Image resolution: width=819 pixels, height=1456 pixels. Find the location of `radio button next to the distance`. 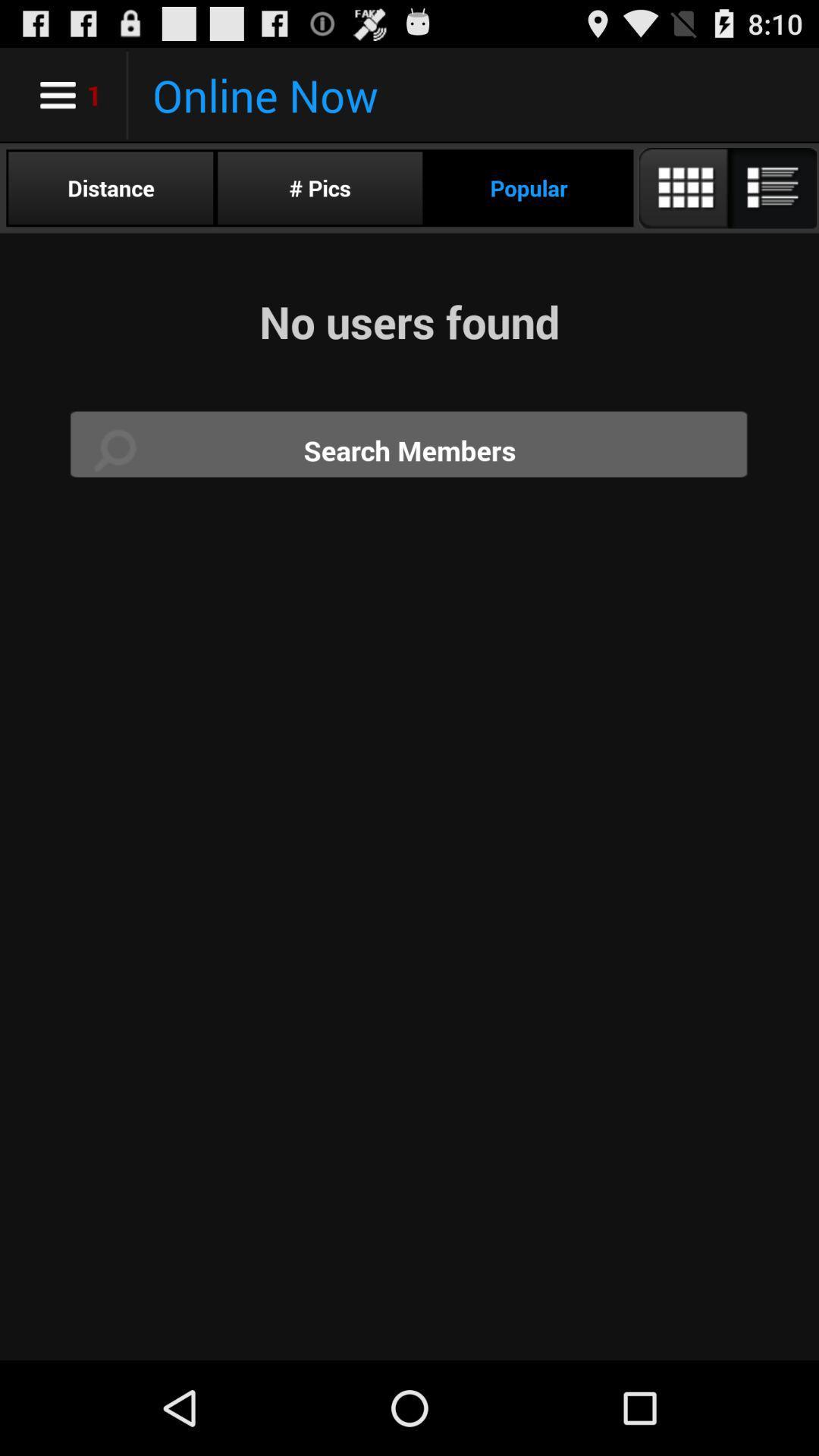

radio button next to the distance is located at coordinates (319, 187).